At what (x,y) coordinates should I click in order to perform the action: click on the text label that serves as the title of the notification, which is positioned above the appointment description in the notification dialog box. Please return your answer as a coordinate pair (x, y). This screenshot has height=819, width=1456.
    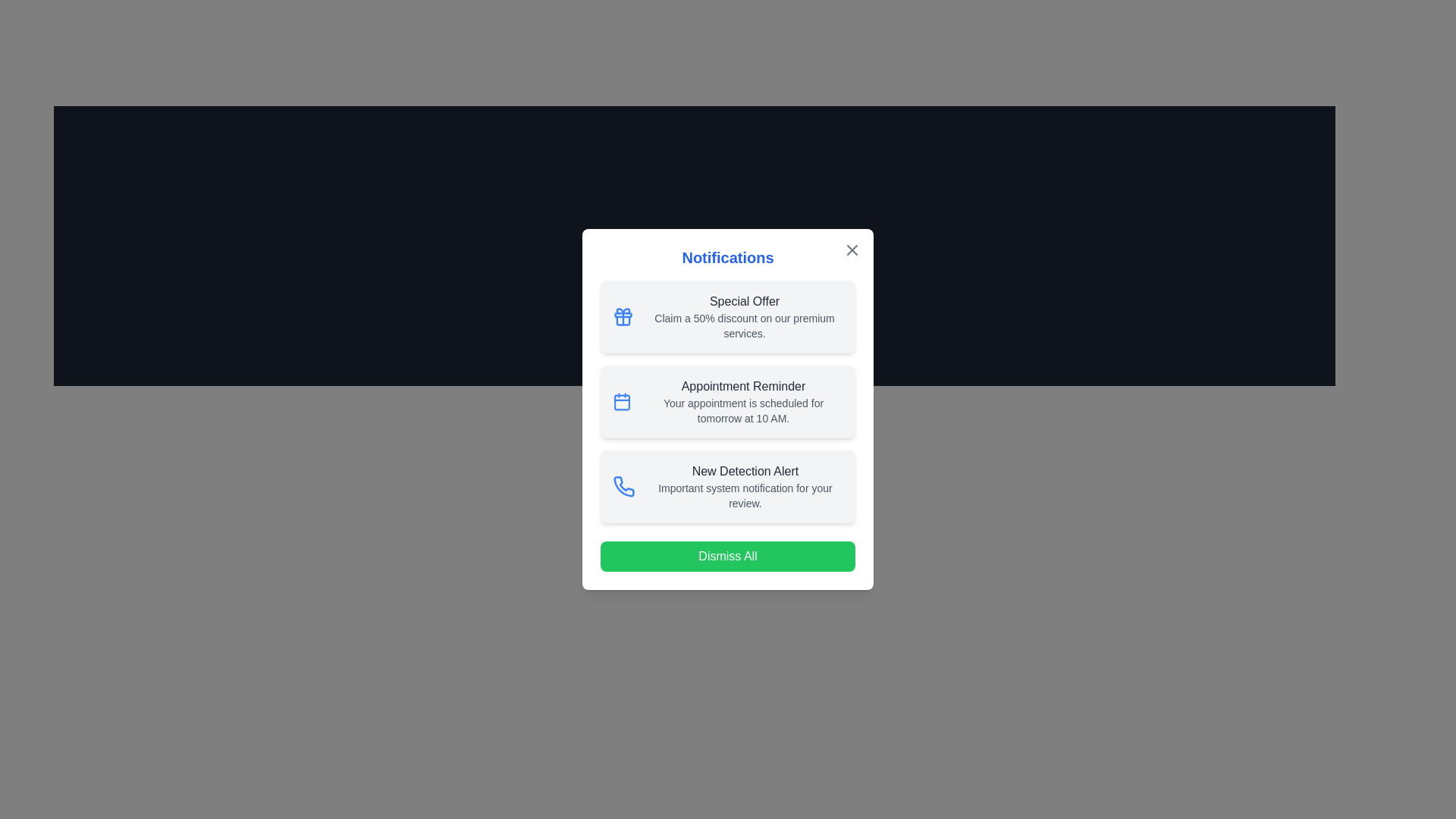
    Looking at the image, I should click on (743, 385).